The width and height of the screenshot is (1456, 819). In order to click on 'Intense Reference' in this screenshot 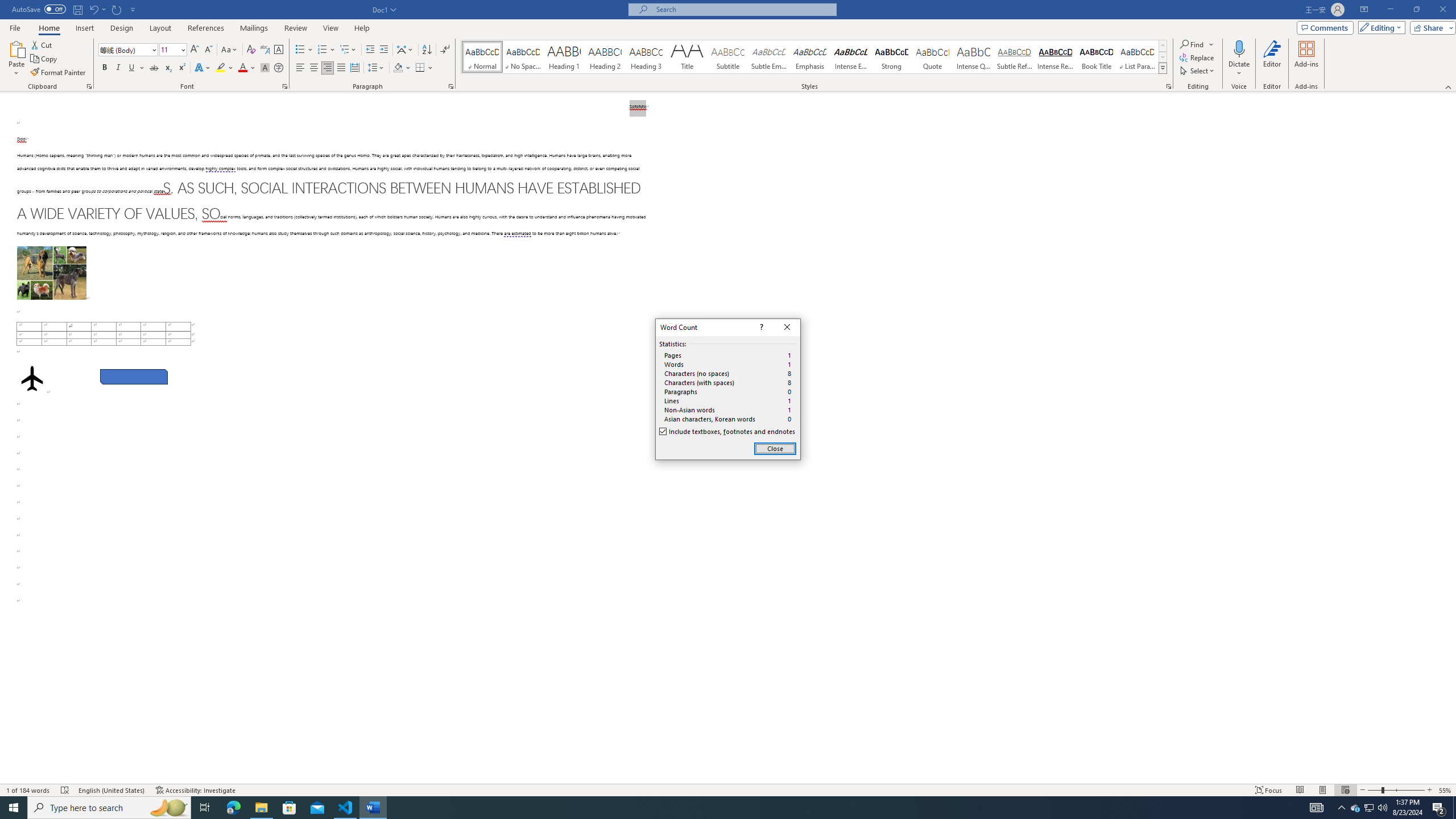, I will do `click(1055, 56)`.